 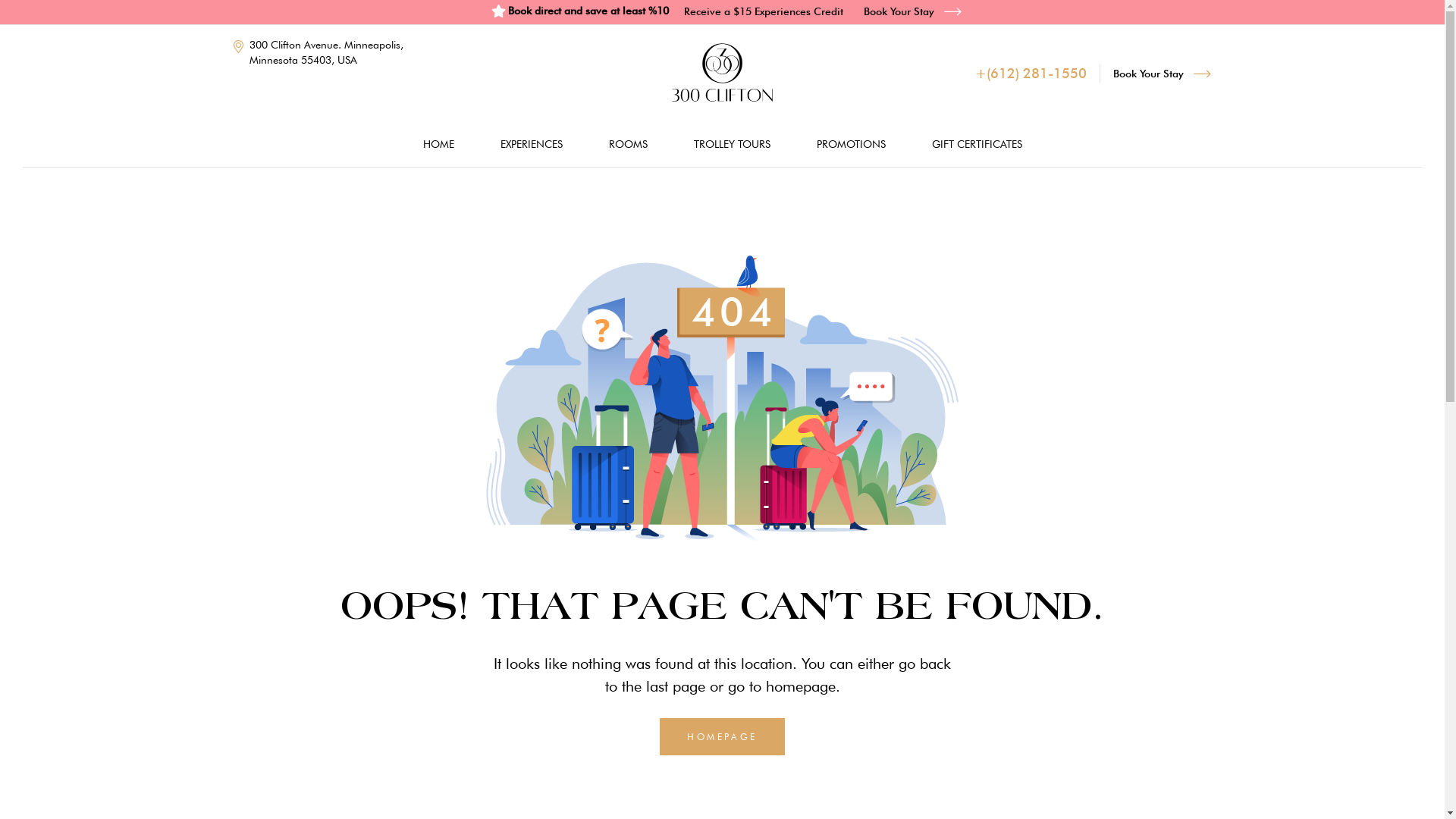 I want to click on 'GIFT CERTIFICATES', so click(x=976, y=143).